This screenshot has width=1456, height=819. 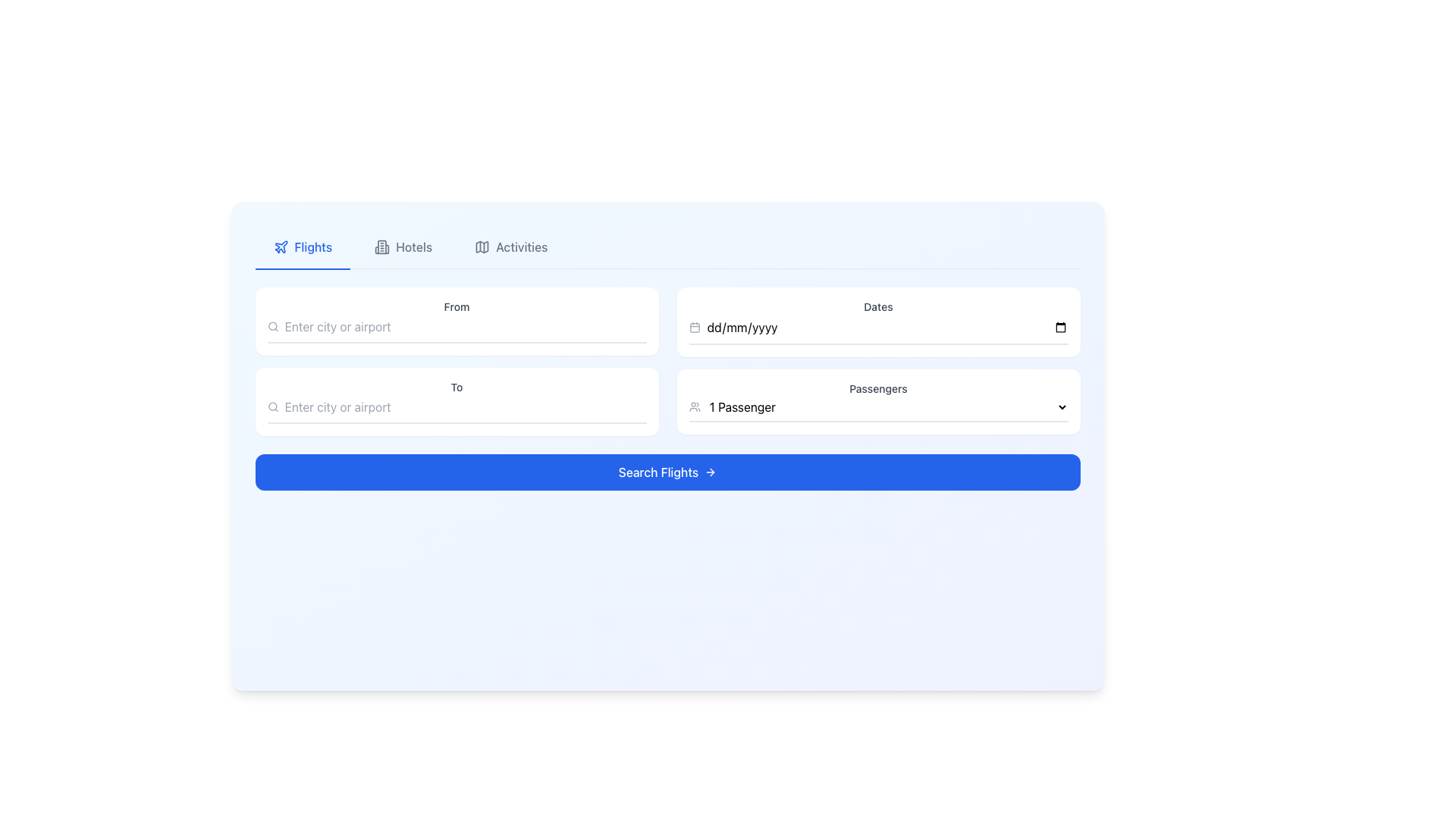 What do you see at coordinates (382, 246) in the screenshot?
I see `the building icon within the SVG navigation bar that serves as a visual cue for 'Hotels'` at bounding box center [382, 246].